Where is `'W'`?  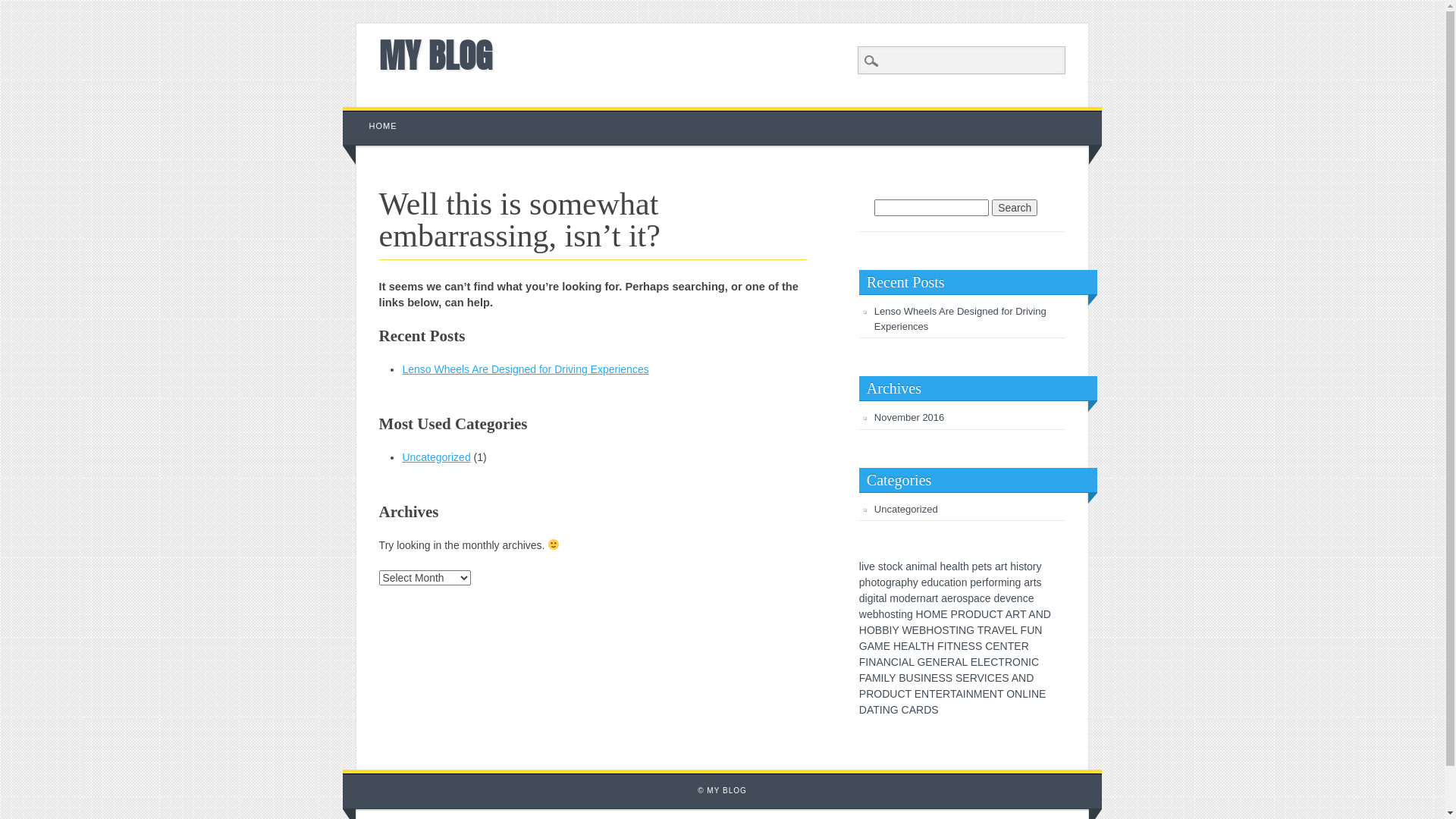 'W' is located at coordinates (906, 629).